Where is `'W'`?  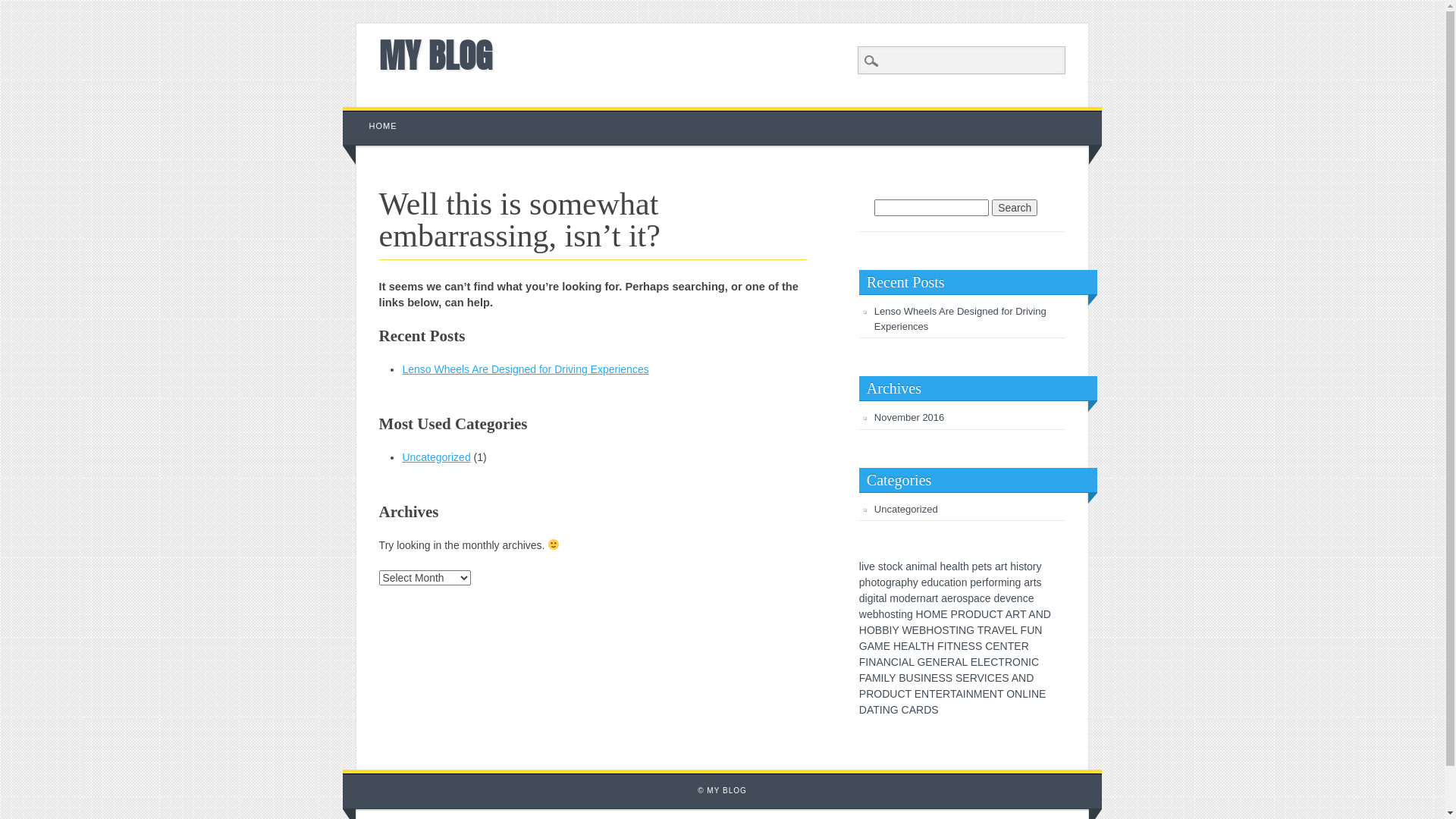 'W' is located at coordinates (906, 629).